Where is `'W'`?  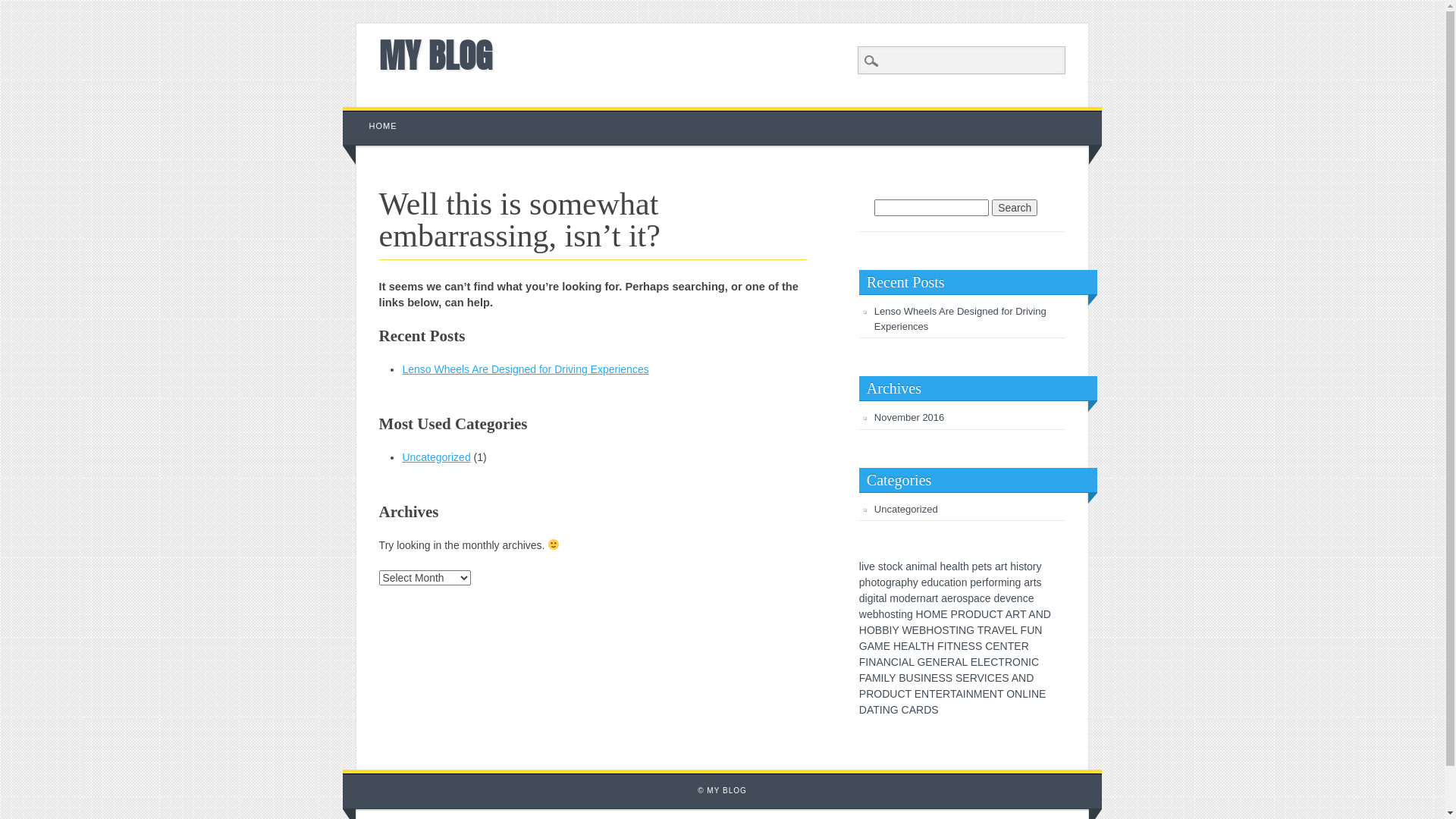 'W' is located at coordinates (906, 629).